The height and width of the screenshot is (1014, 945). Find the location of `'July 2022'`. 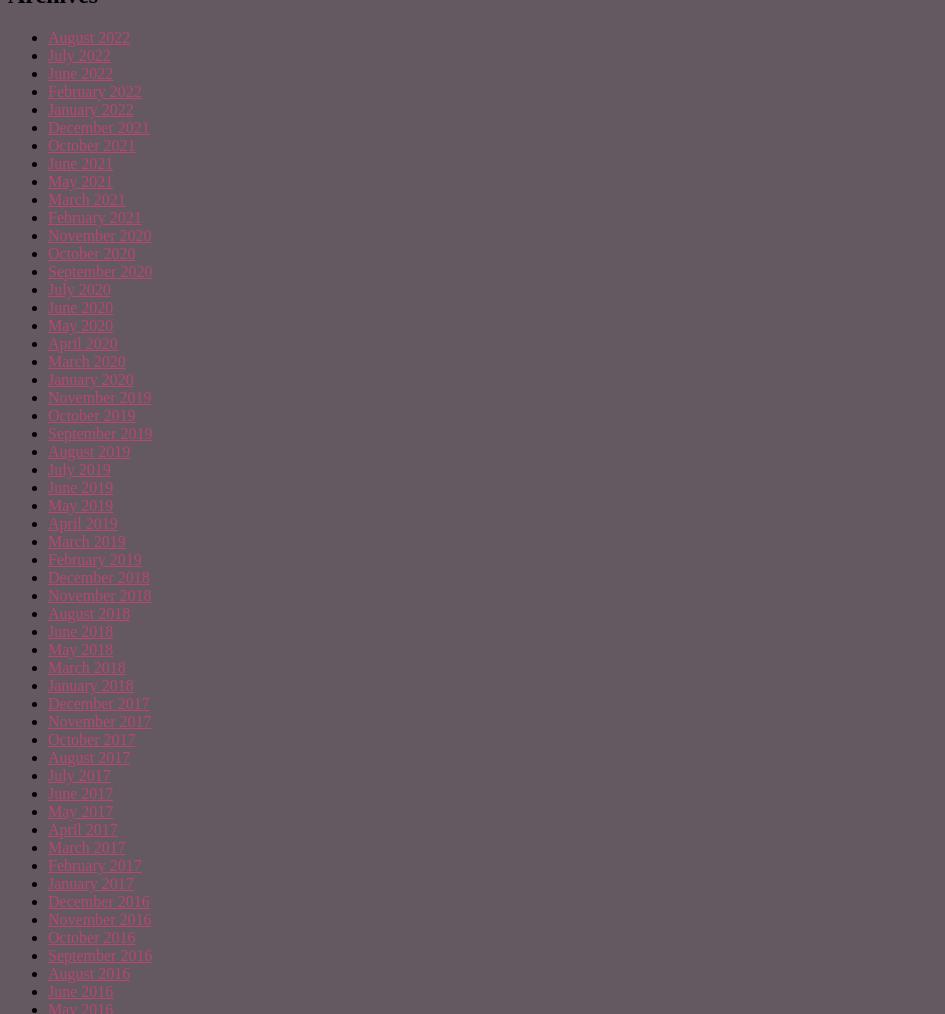

'July 2022' is located at coordinates (78, 54).